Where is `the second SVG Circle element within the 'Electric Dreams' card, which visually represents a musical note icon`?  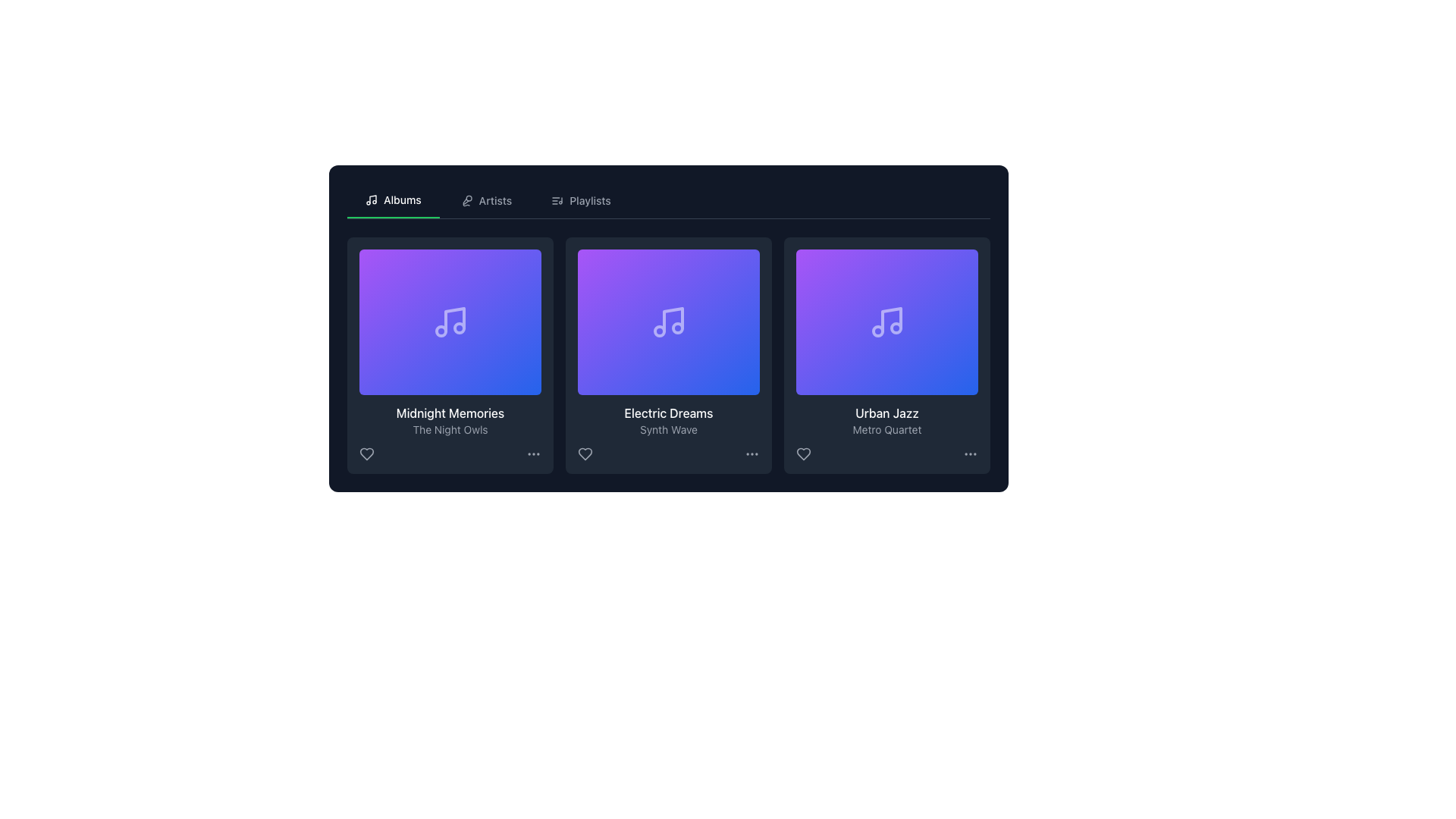
the second SVG Circle element within the 'Electric Dreams' card, which visually represents a musical note icon is located at coordinates (676, 327).